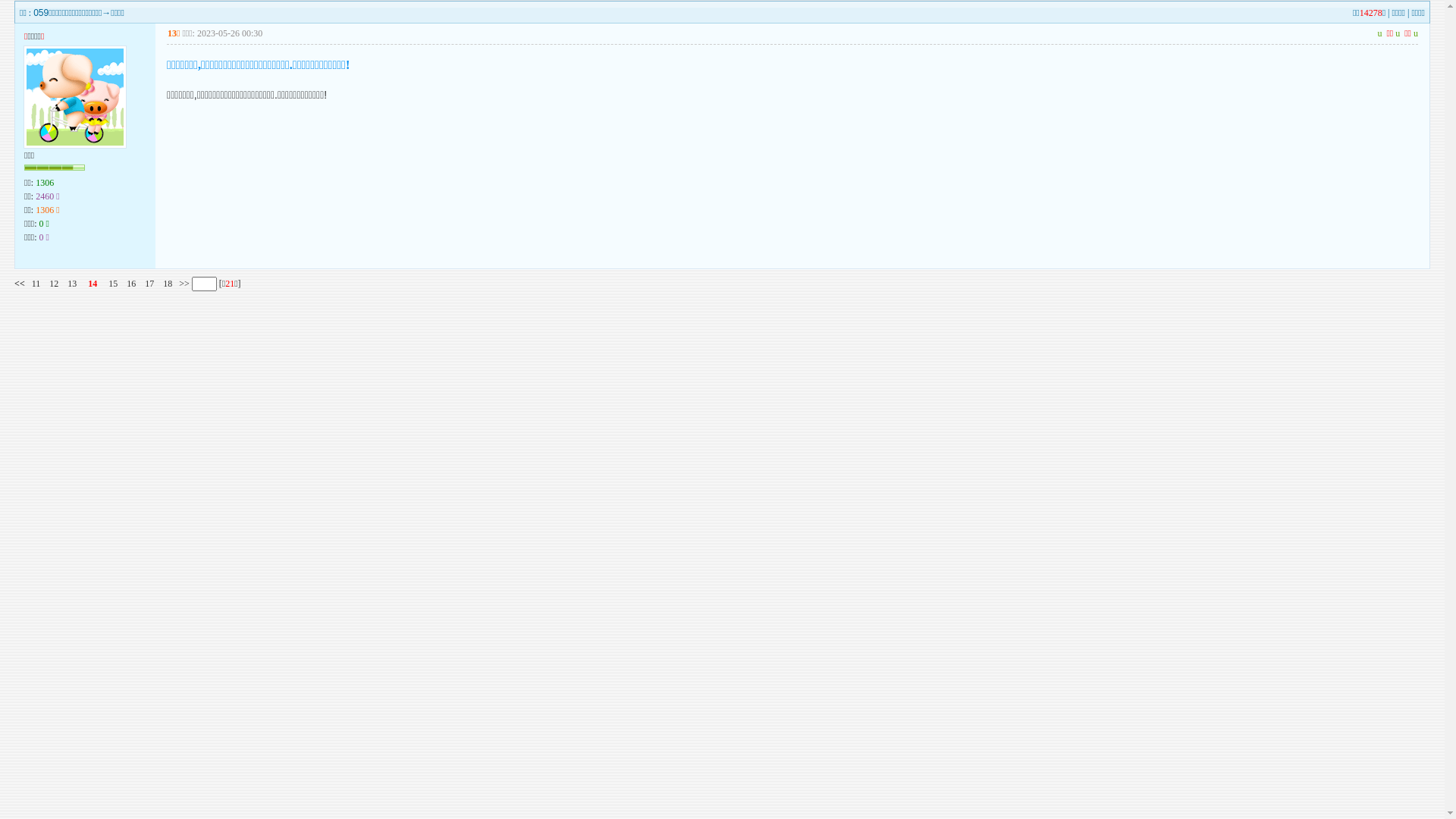 Image resolution: width=1456 pixels, height=819 pixels. I want to click on '13', so click(71, 284).